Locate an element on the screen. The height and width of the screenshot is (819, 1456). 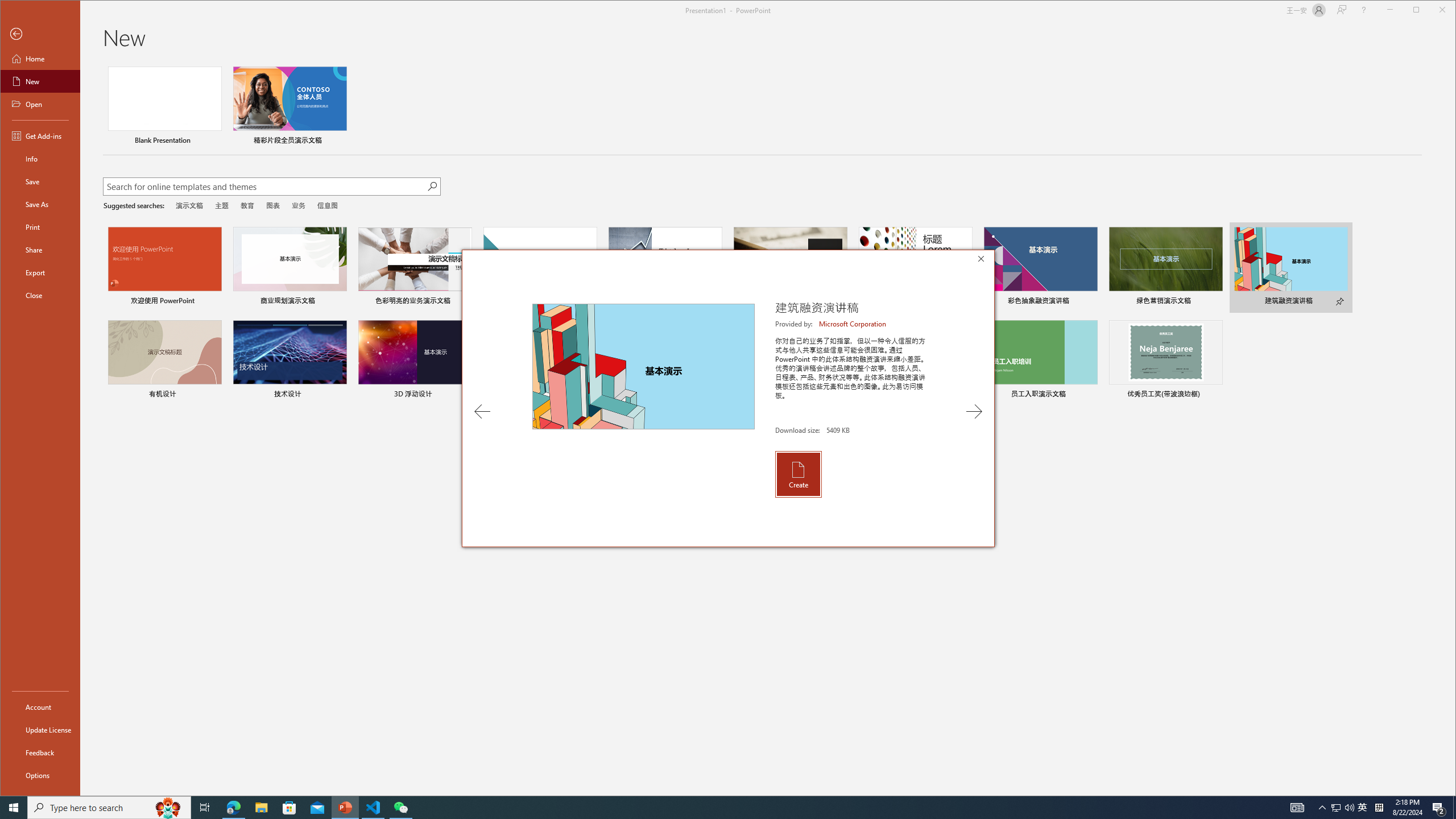
'Save As' is located at coordinates (39, 203).